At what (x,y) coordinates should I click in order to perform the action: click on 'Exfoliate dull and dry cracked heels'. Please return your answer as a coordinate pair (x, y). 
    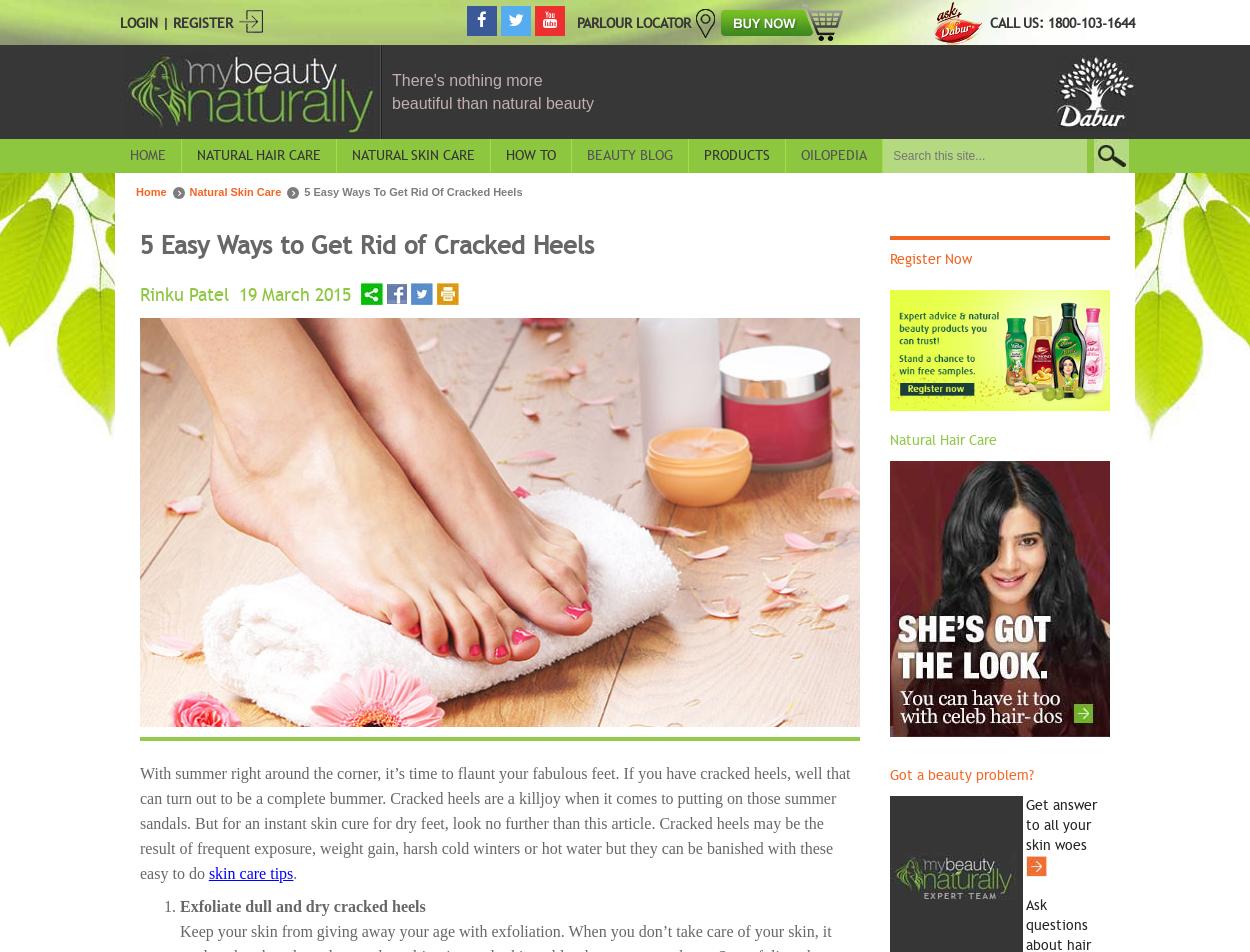
    Looking at the image, I should click on (302, 905).